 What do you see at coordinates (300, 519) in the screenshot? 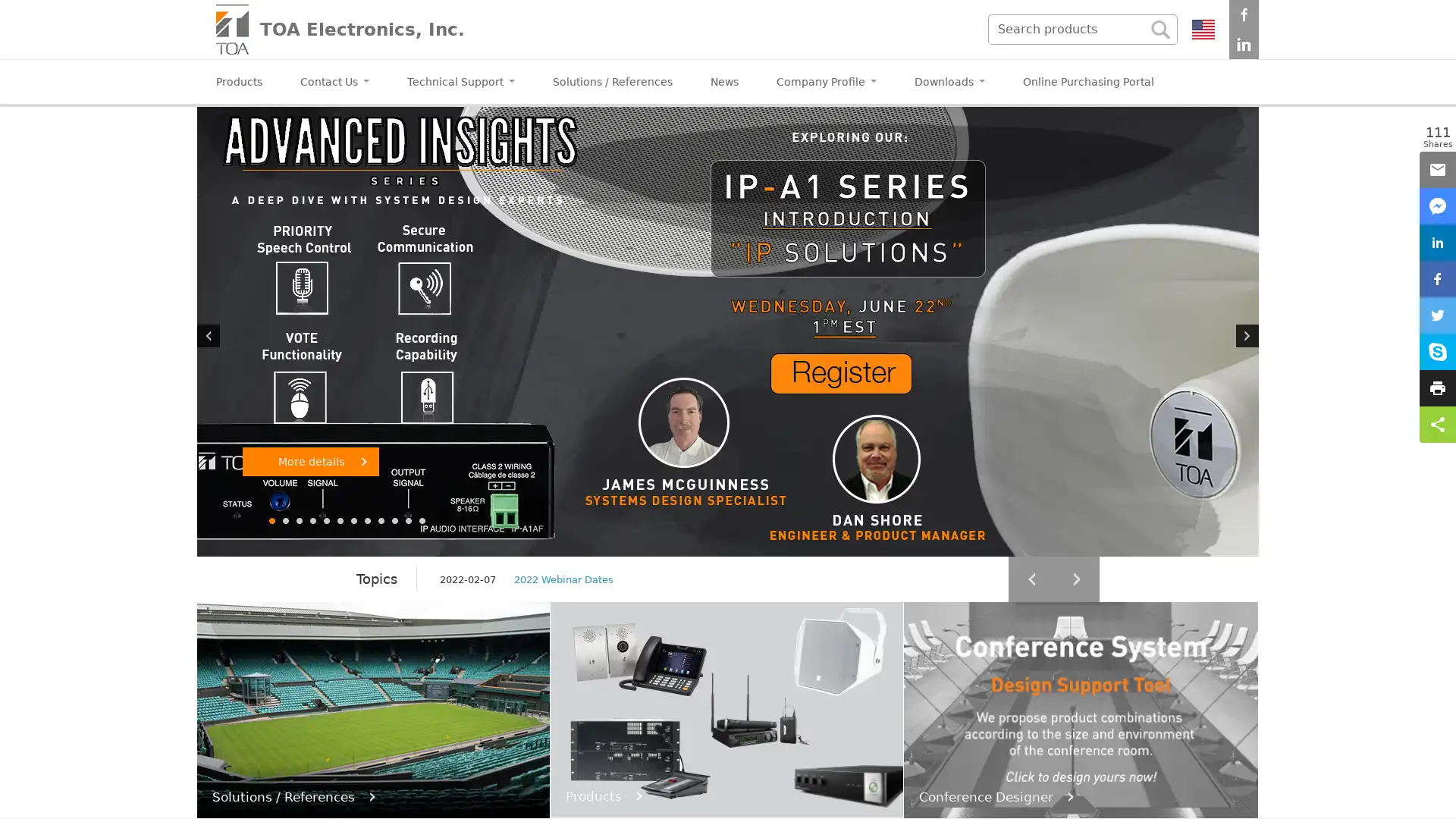
I see `3` at bounding box center [300, 519].